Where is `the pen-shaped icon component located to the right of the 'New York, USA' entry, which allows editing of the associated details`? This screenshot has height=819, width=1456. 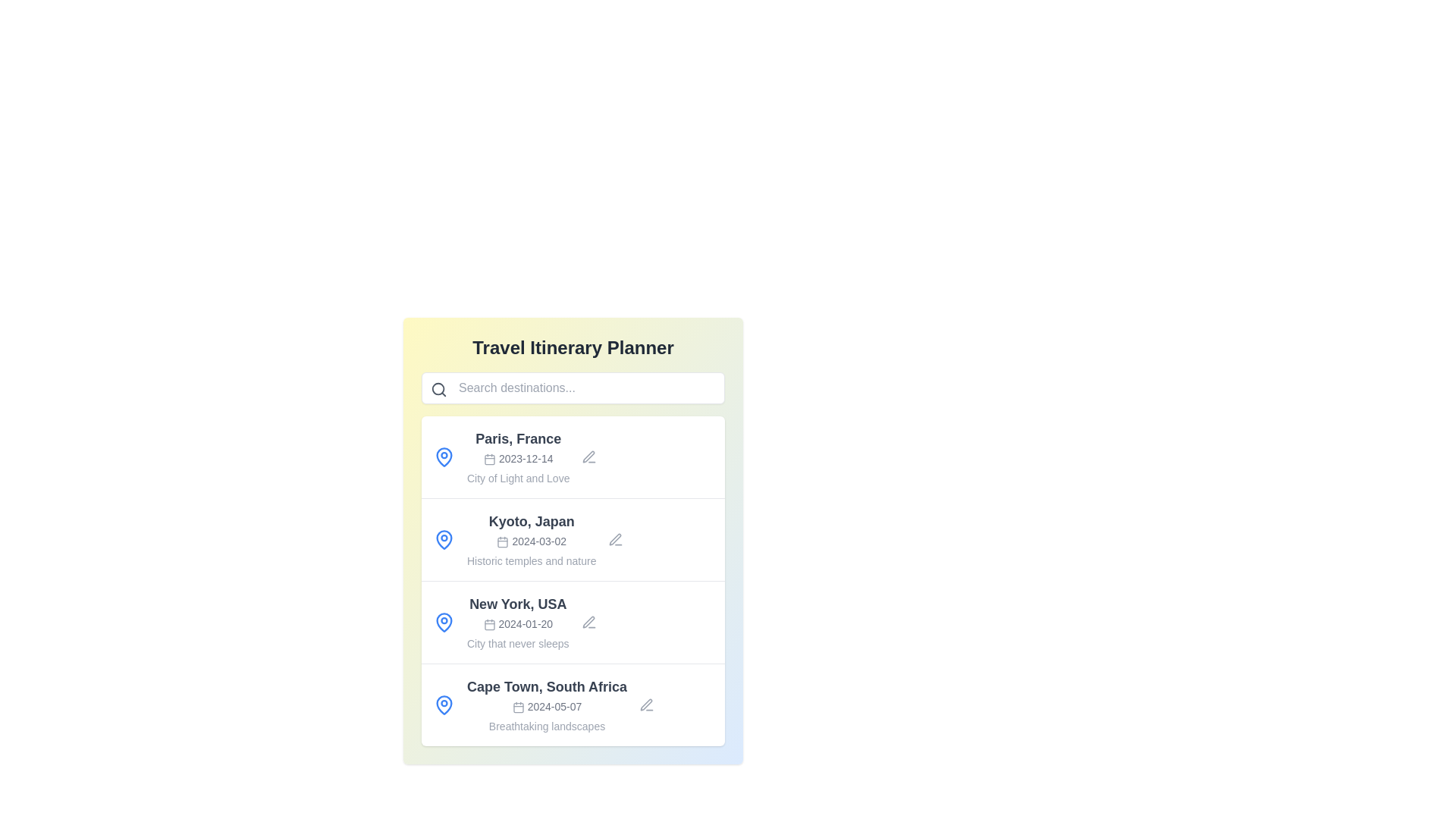
the pen-shaped icon component located to the right of the 'New York, USA' entry, which allows editing of the associated details is located at coordinates (588, 622).